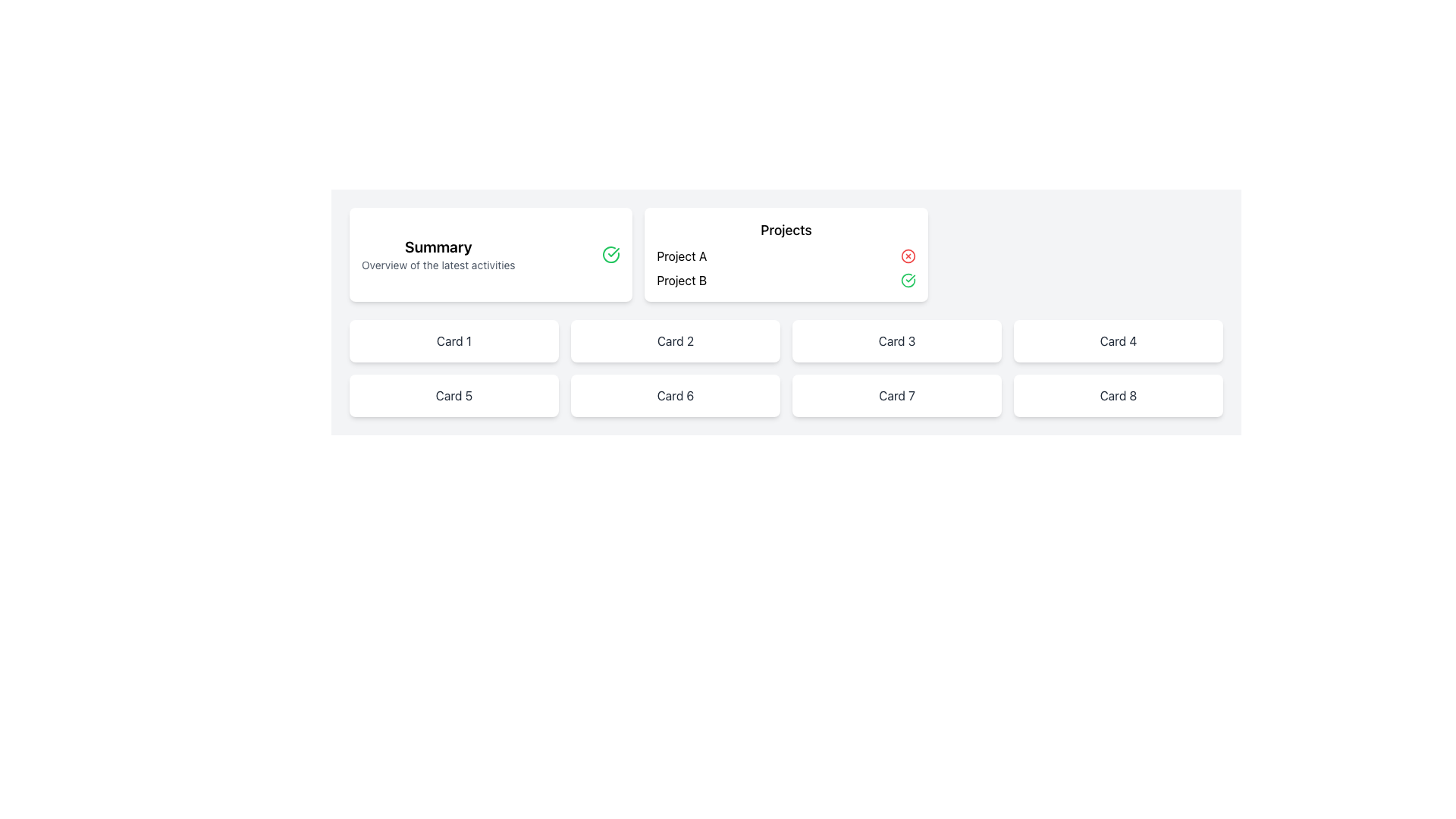 The height and width of the screenshot is (819, 1456). What do you see at coordinates (896, 394) in the screenshot?
I see `'Card 7', the seventh card in the grid layout` at bounding box center [896, 394].